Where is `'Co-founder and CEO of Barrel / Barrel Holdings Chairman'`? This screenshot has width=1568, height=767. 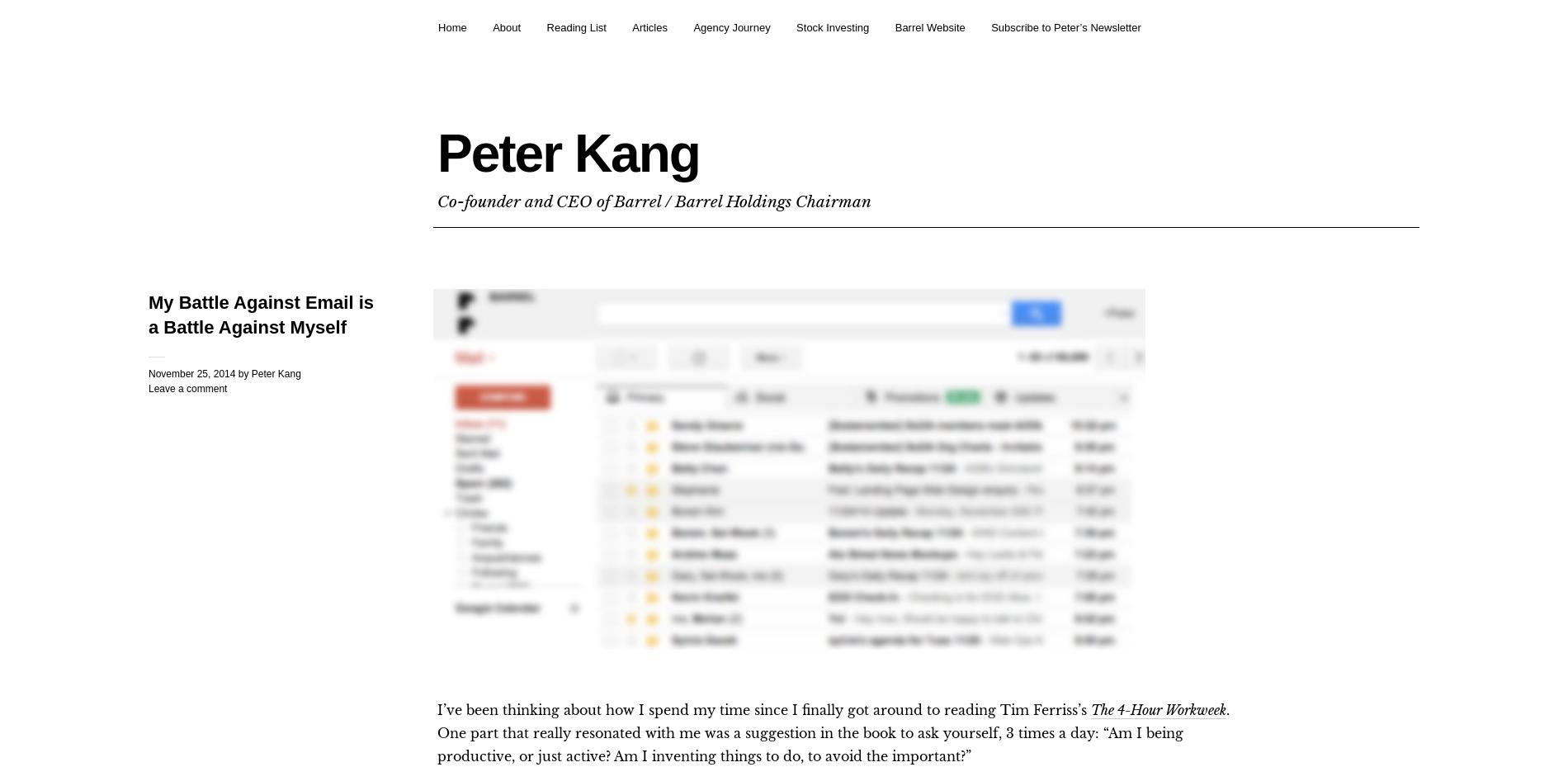 'Co-founder and CEO of Barrel / Barrel Holdings Chairman' is located at coordinates (437, 200).